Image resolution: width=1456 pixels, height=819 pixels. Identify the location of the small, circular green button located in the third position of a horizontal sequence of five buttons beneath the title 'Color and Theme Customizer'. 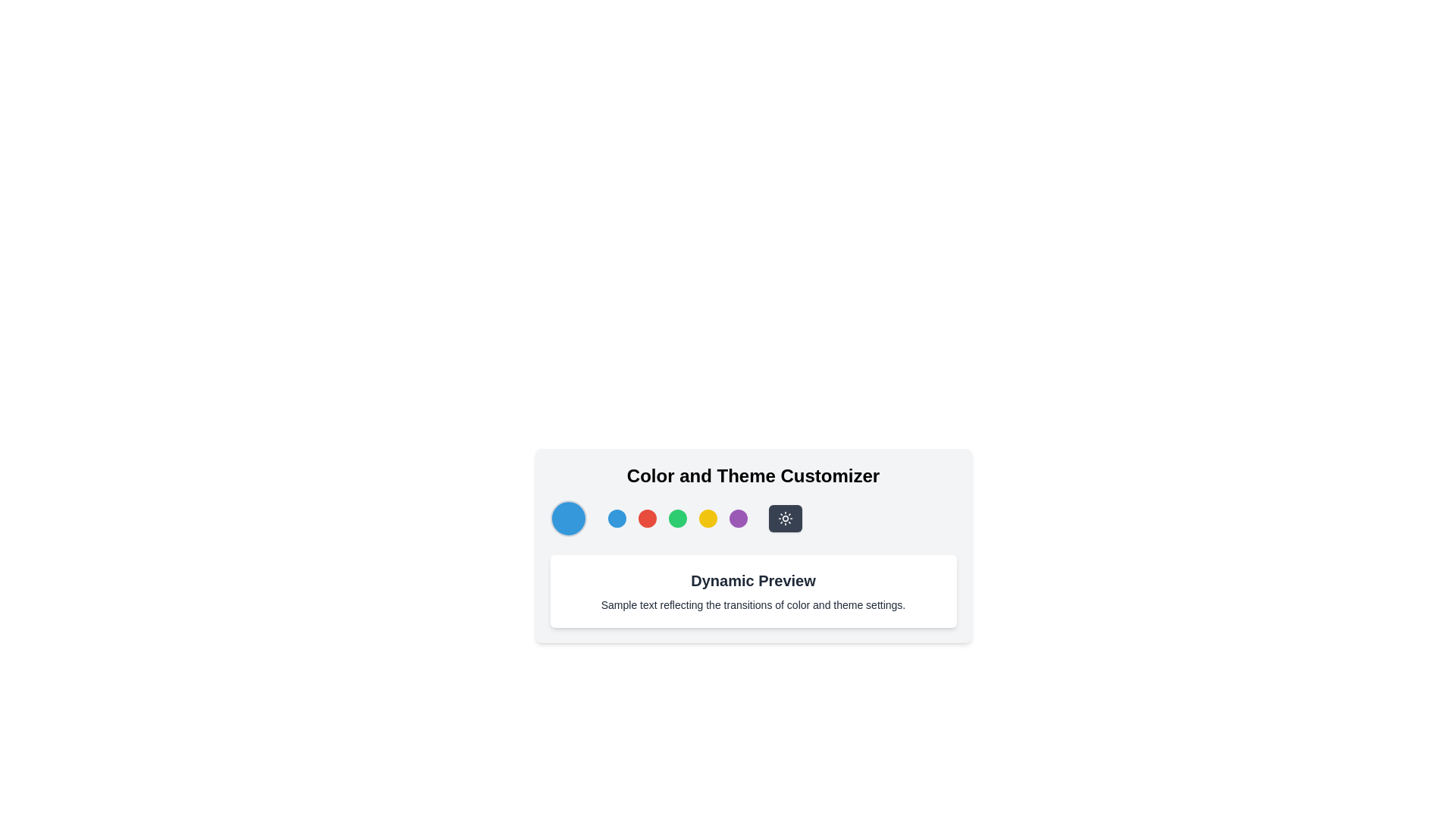
(676, 517).